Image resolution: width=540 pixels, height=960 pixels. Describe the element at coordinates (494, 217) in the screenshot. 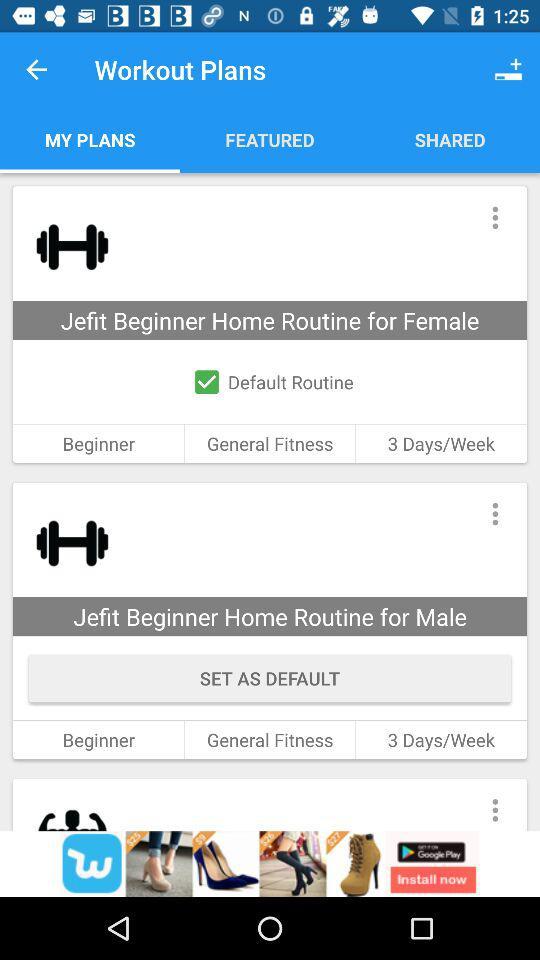

I see `show the dropdown menu` at that location.